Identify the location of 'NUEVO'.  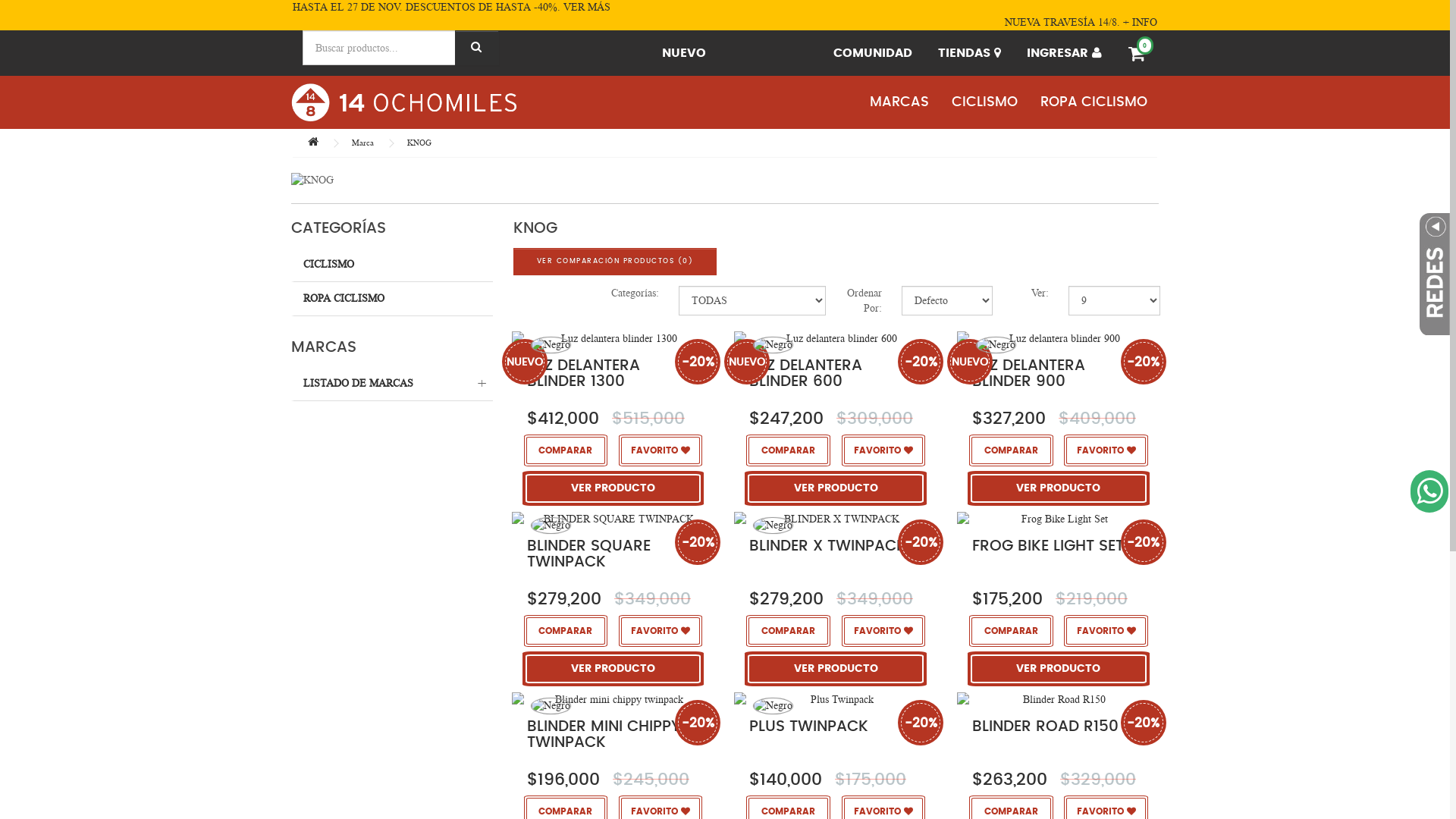
(651, 52).